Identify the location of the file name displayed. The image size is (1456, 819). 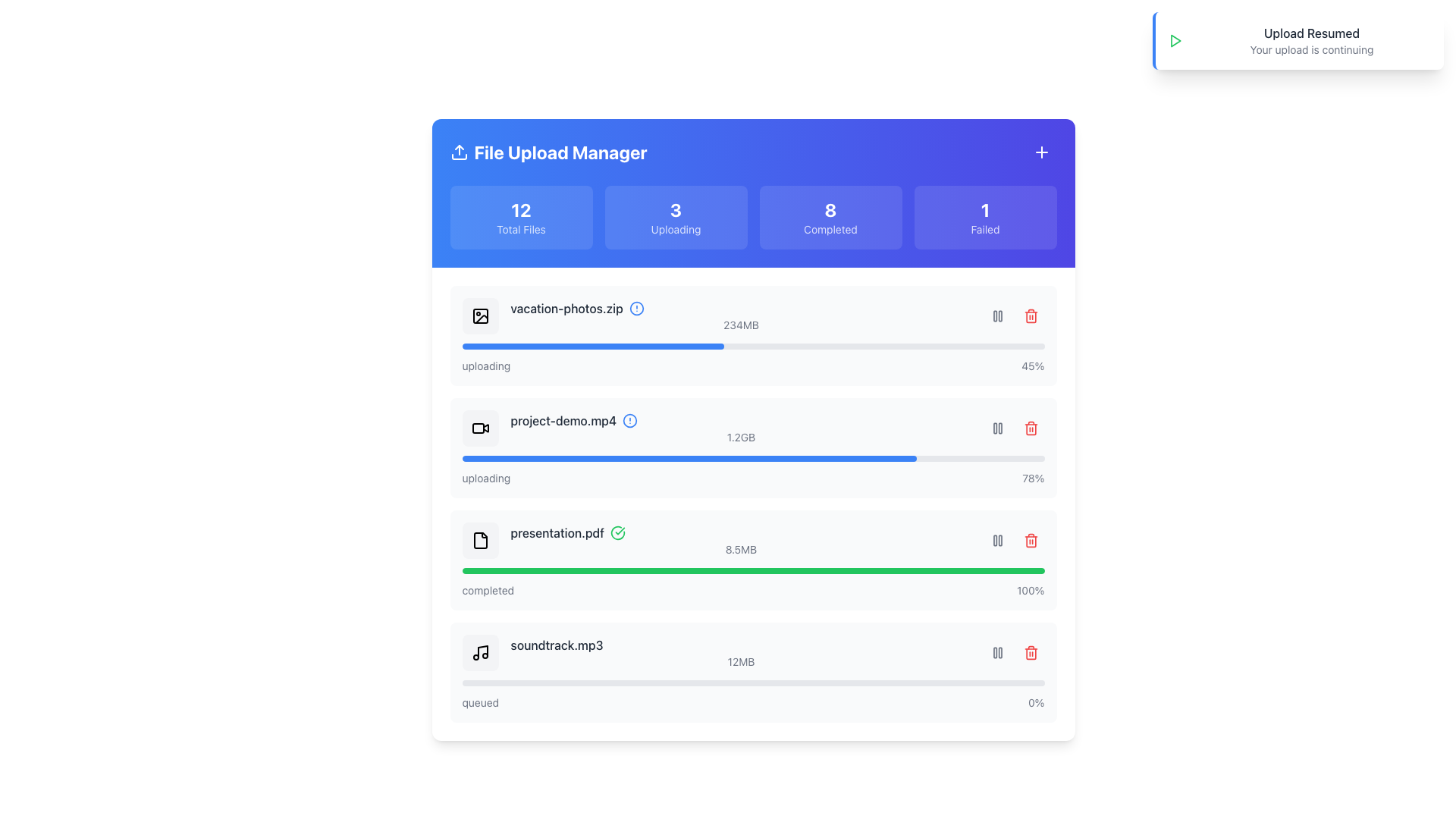
(563, 421).